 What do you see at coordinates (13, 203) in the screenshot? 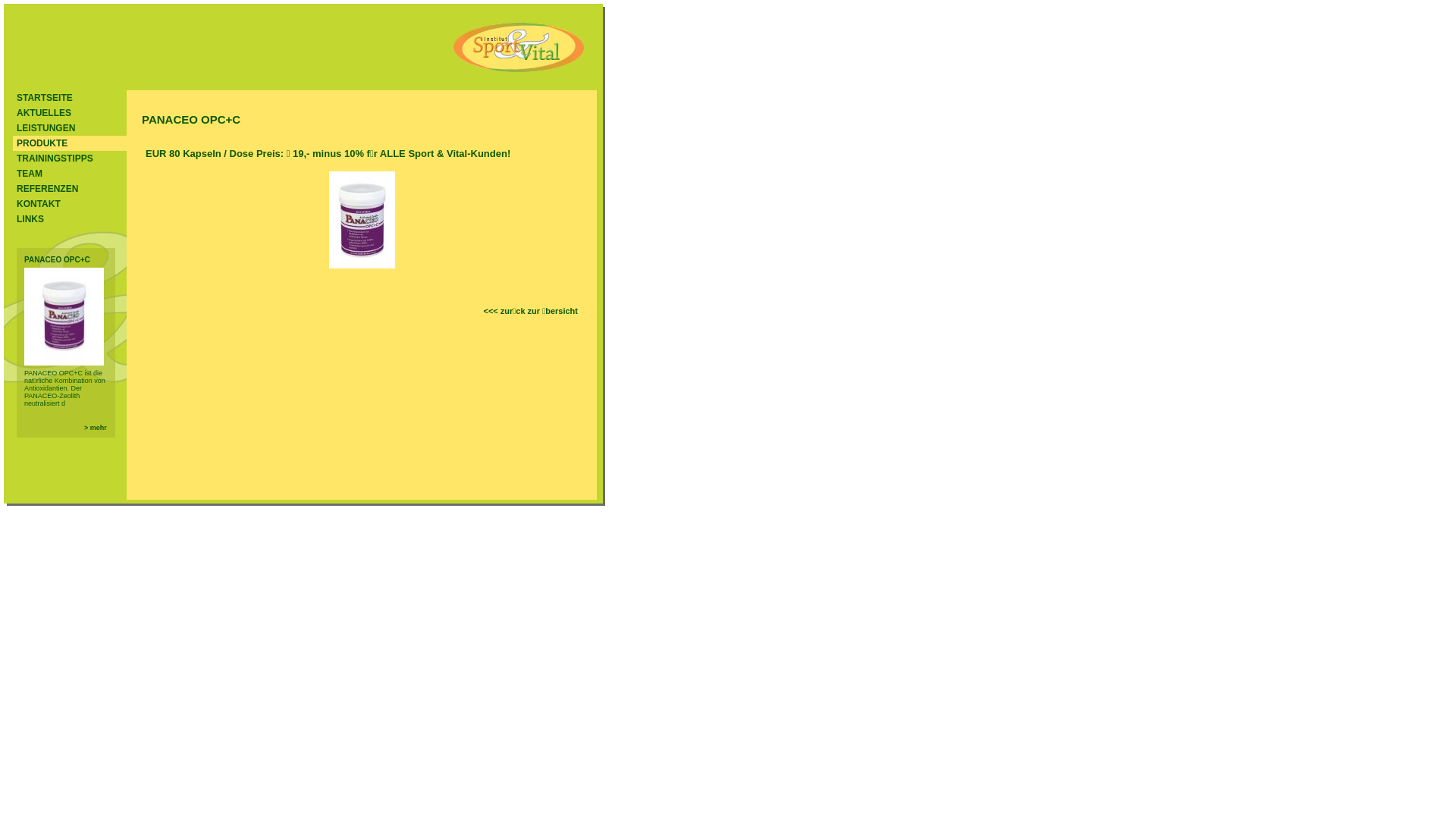
I see `'KONTAKT'` at bounding box center [13, 203].